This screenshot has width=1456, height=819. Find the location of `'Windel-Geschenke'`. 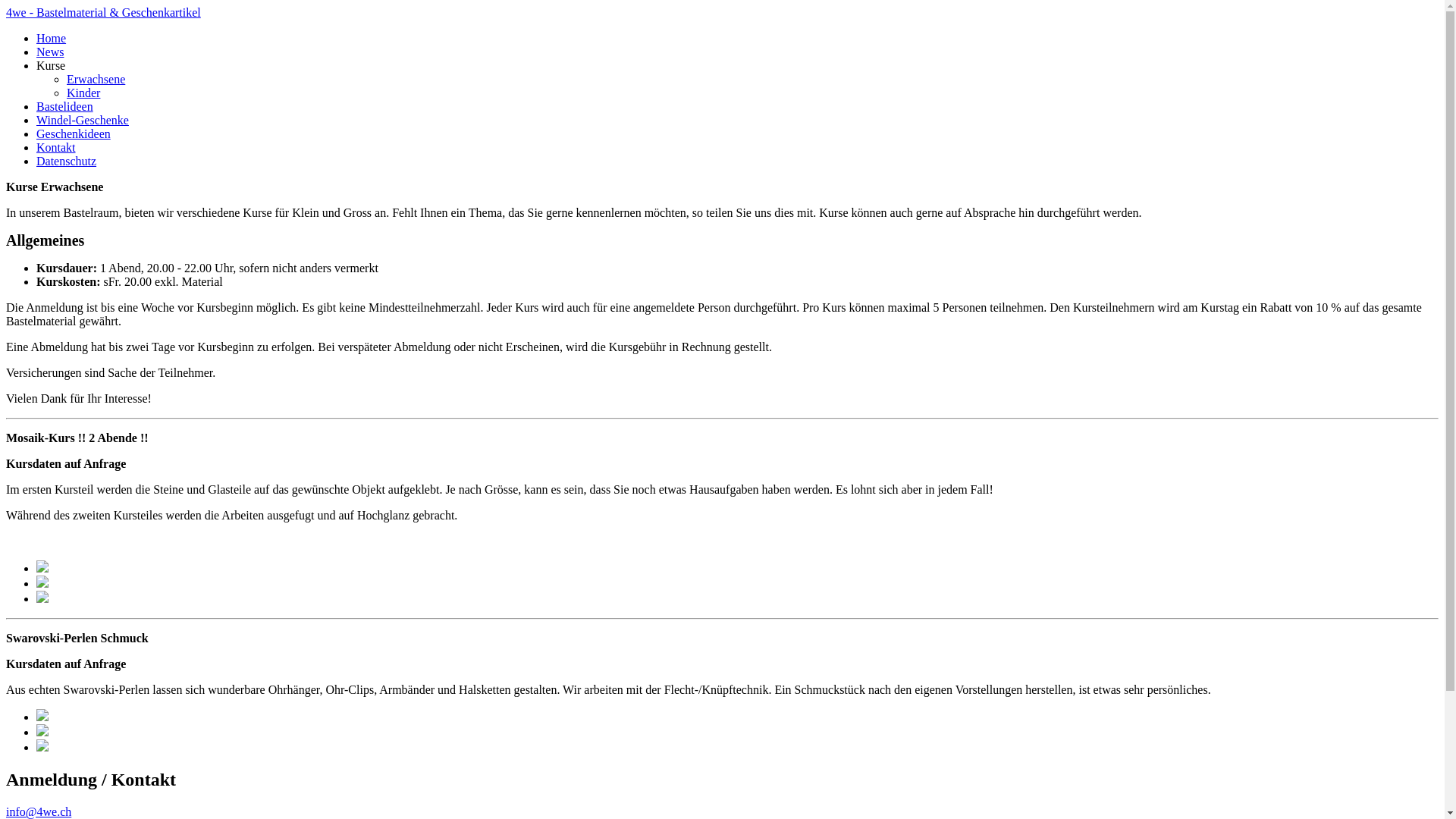

'Windel-Geschenke' is located at coordinates (82, 119).